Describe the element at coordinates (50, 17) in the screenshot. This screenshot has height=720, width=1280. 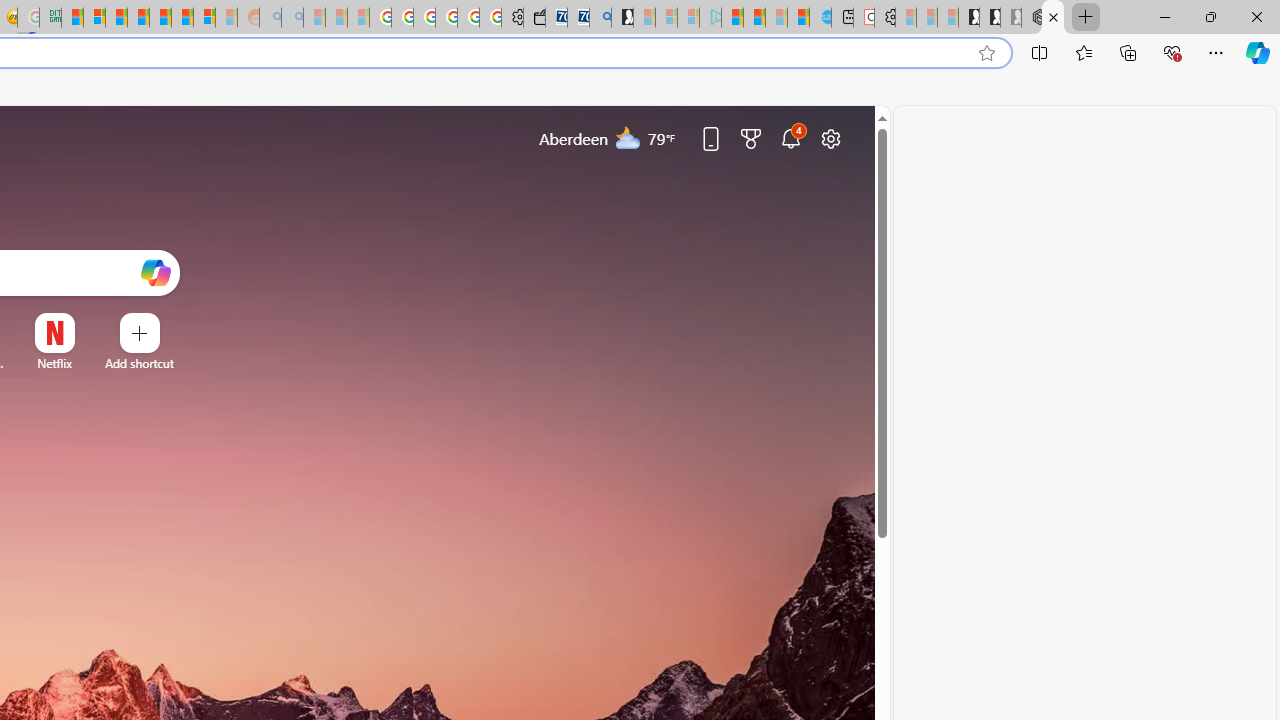
I see `'DITOGAMES AG Imprint'` at that location.